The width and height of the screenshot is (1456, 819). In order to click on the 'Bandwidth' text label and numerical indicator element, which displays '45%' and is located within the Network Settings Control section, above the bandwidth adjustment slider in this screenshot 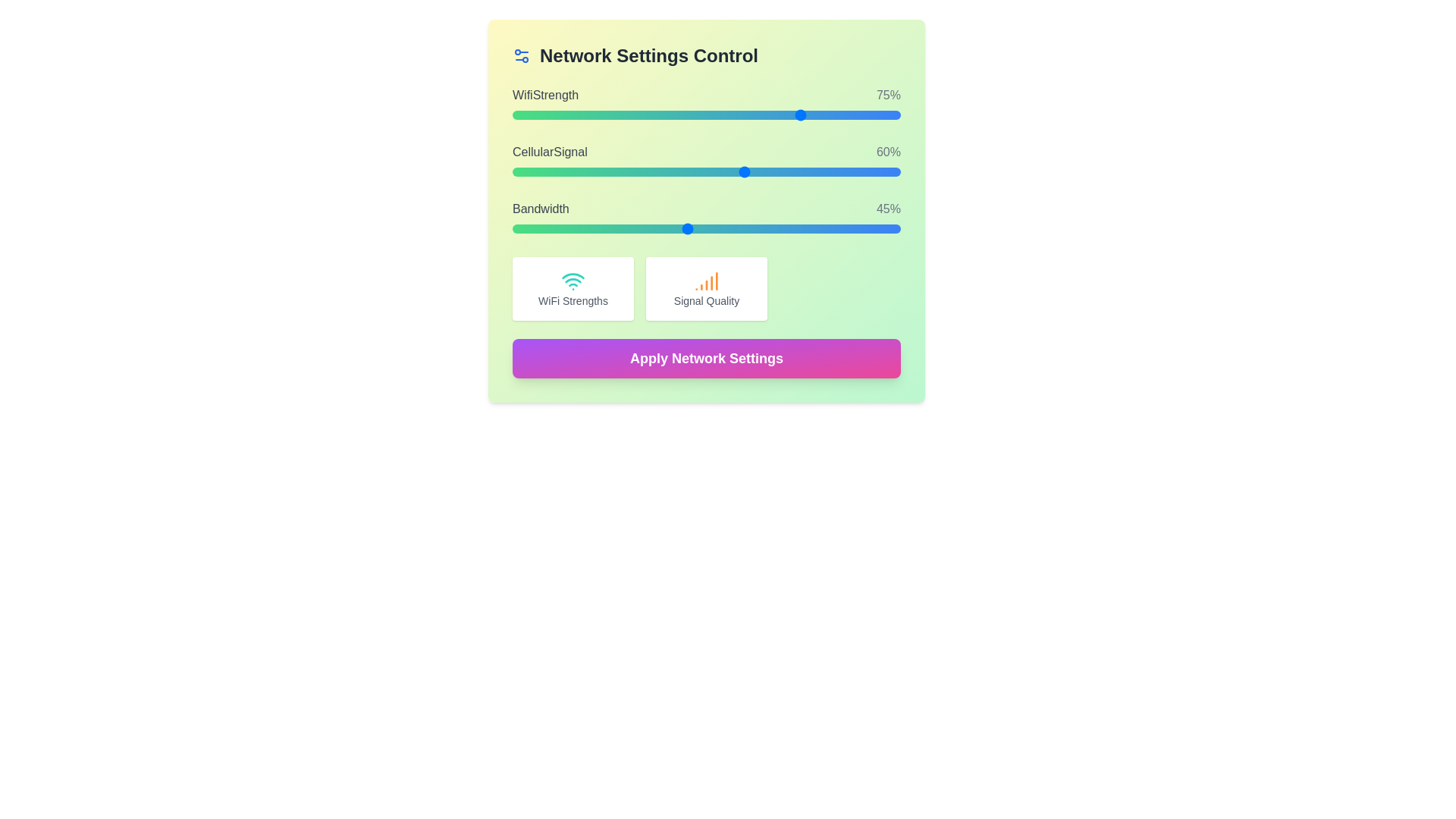, I will do `click(705, 209)`.